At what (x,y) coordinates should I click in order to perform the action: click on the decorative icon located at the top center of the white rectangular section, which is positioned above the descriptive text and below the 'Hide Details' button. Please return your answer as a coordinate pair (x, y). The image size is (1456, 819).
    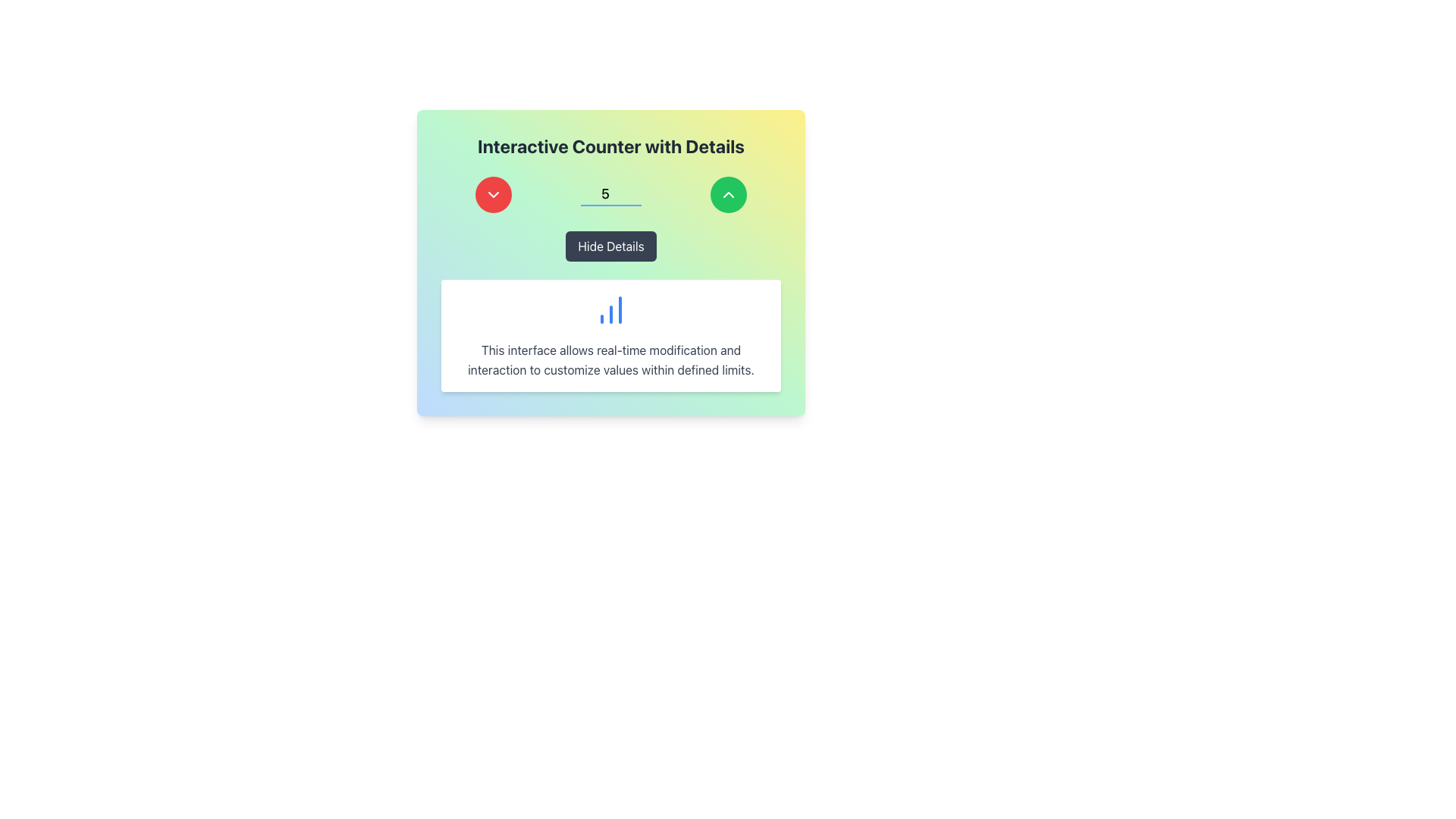
    Looking at the image, I should click on (611, 309).